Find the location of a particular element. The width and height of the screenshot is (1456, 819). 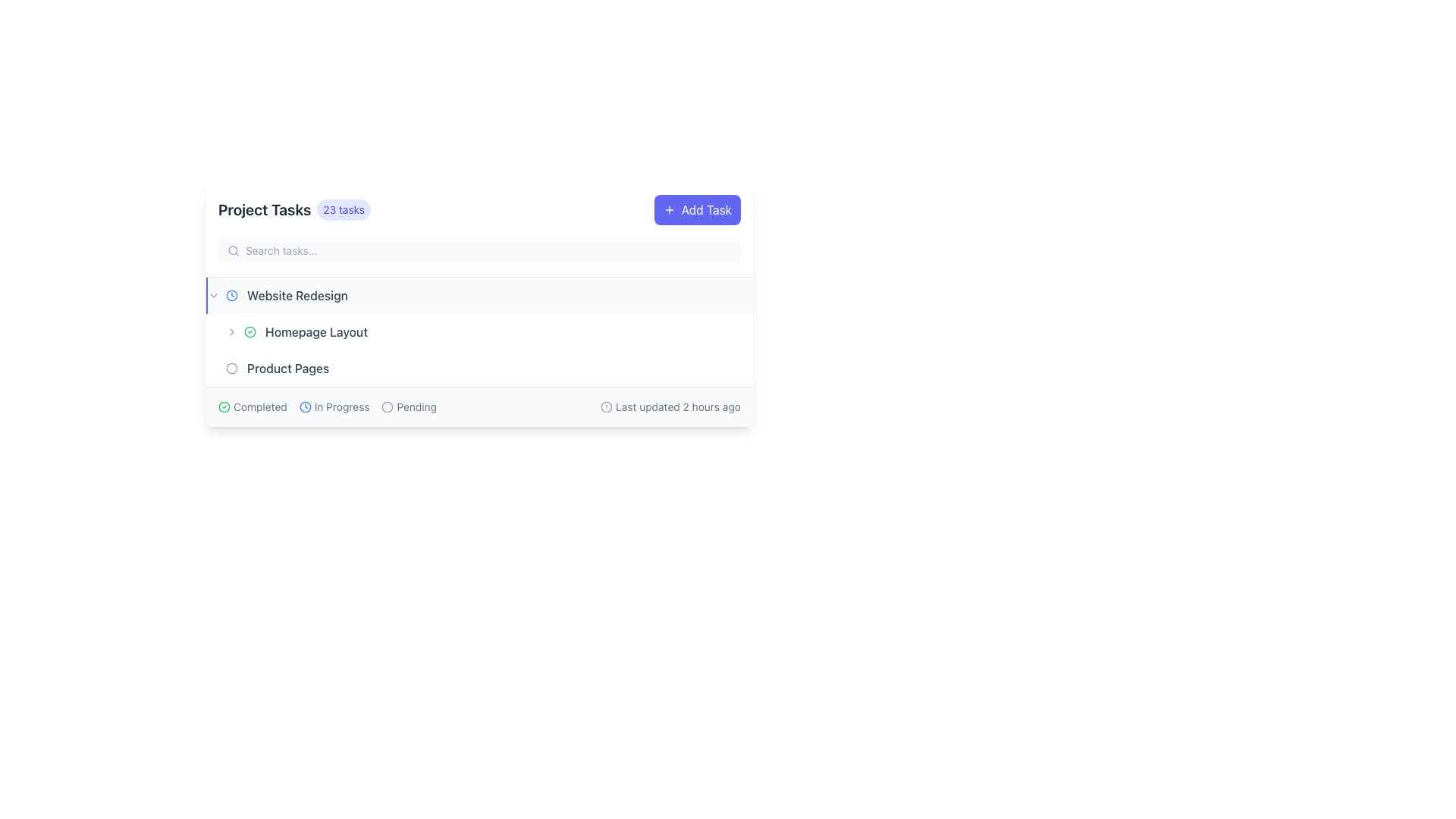

the pending state icon located to the immediate left of the 'Pending' label in the status-indicative section of the interface is located at coordinates (388, 406).